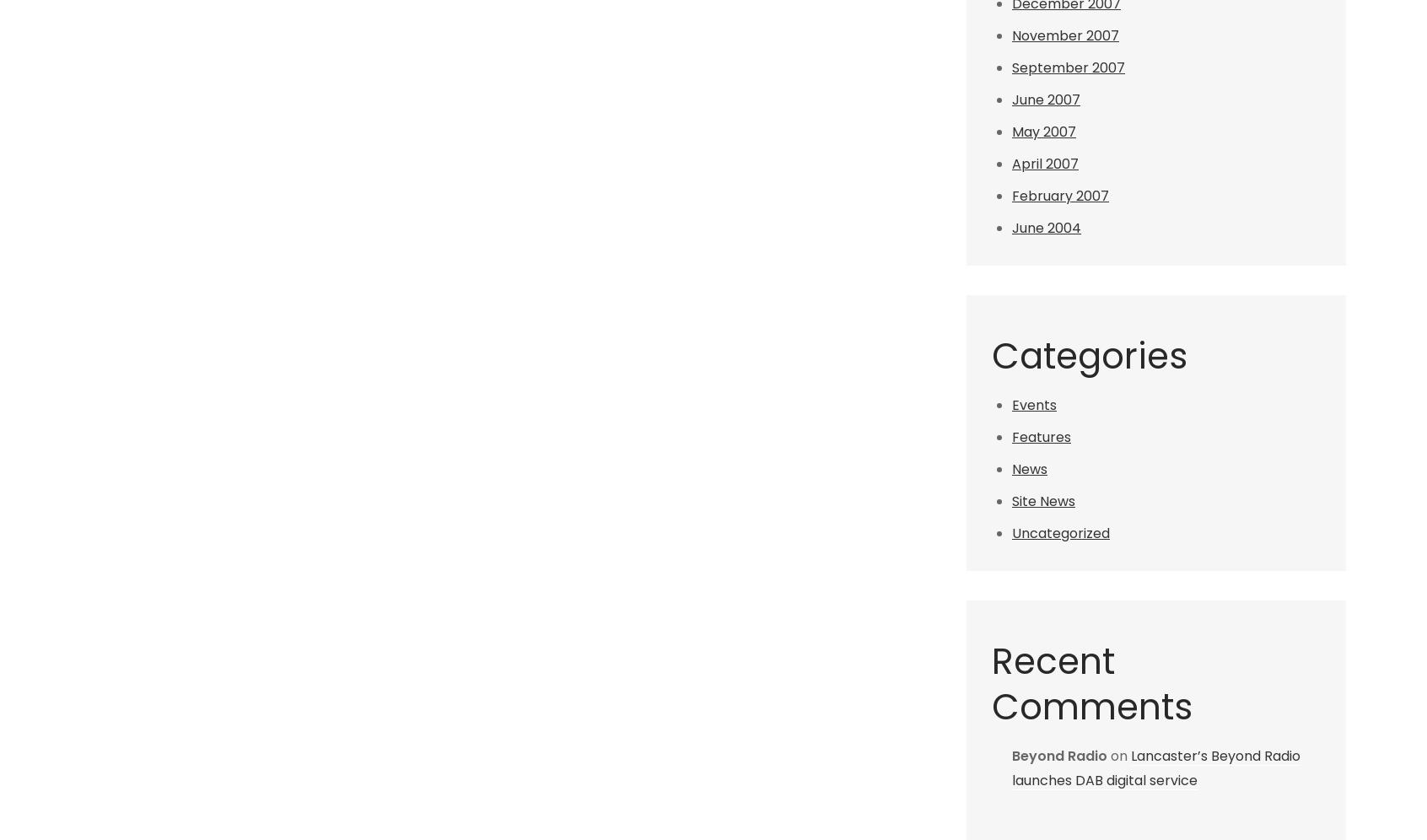 Image resolution: width=1427 pixels, height=840 pixels. What do you see at coordinates (1034, 403) in the screenshot?
I see `'Events'` at bounding box center [1034, 403].